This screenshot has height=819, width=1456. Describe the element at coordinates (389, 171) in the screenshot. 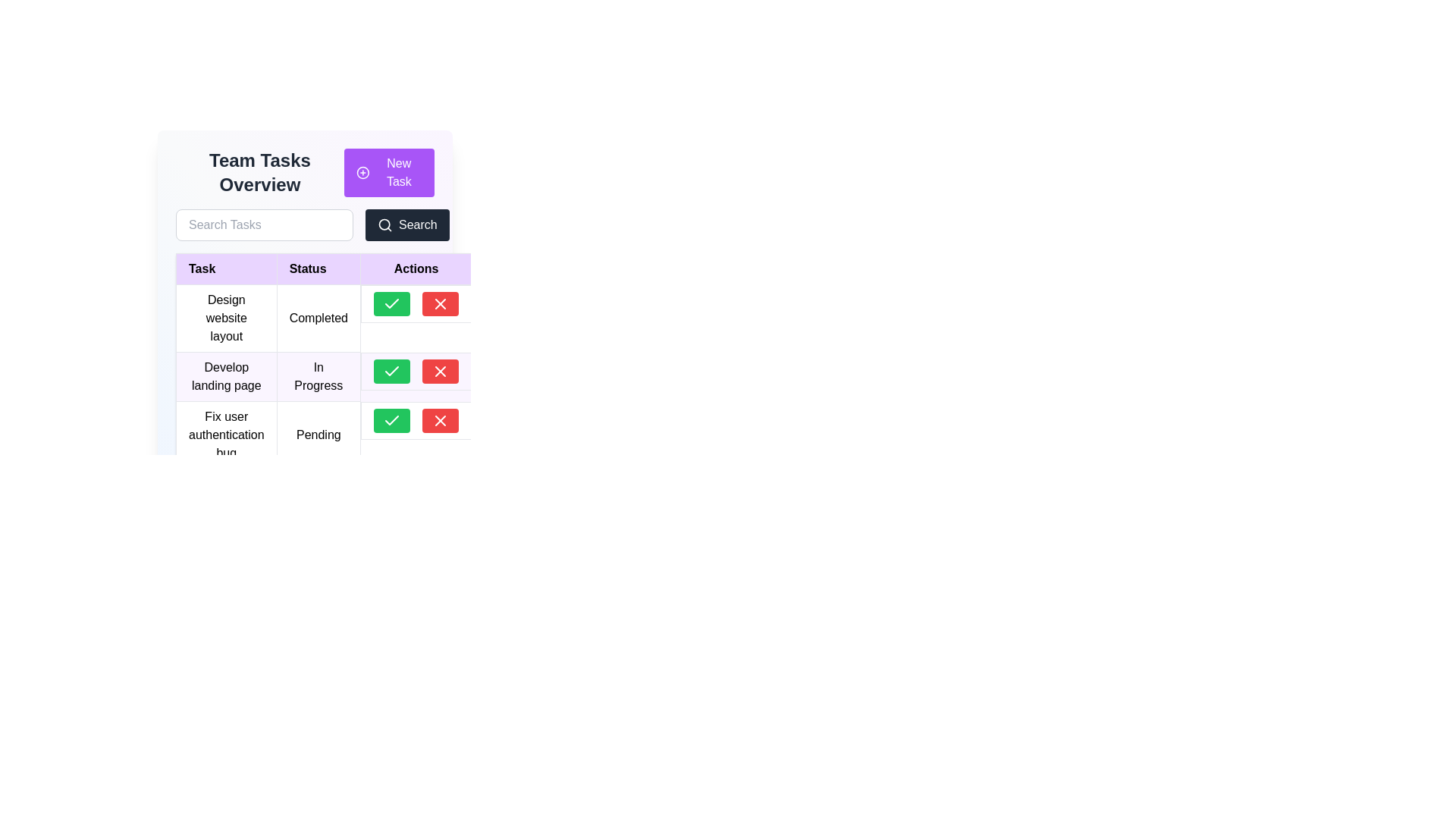

I see `the 'New Task' button located at the top-right corner of the 'Team Tasks Overview' section to visualize the hover effect` at that location.